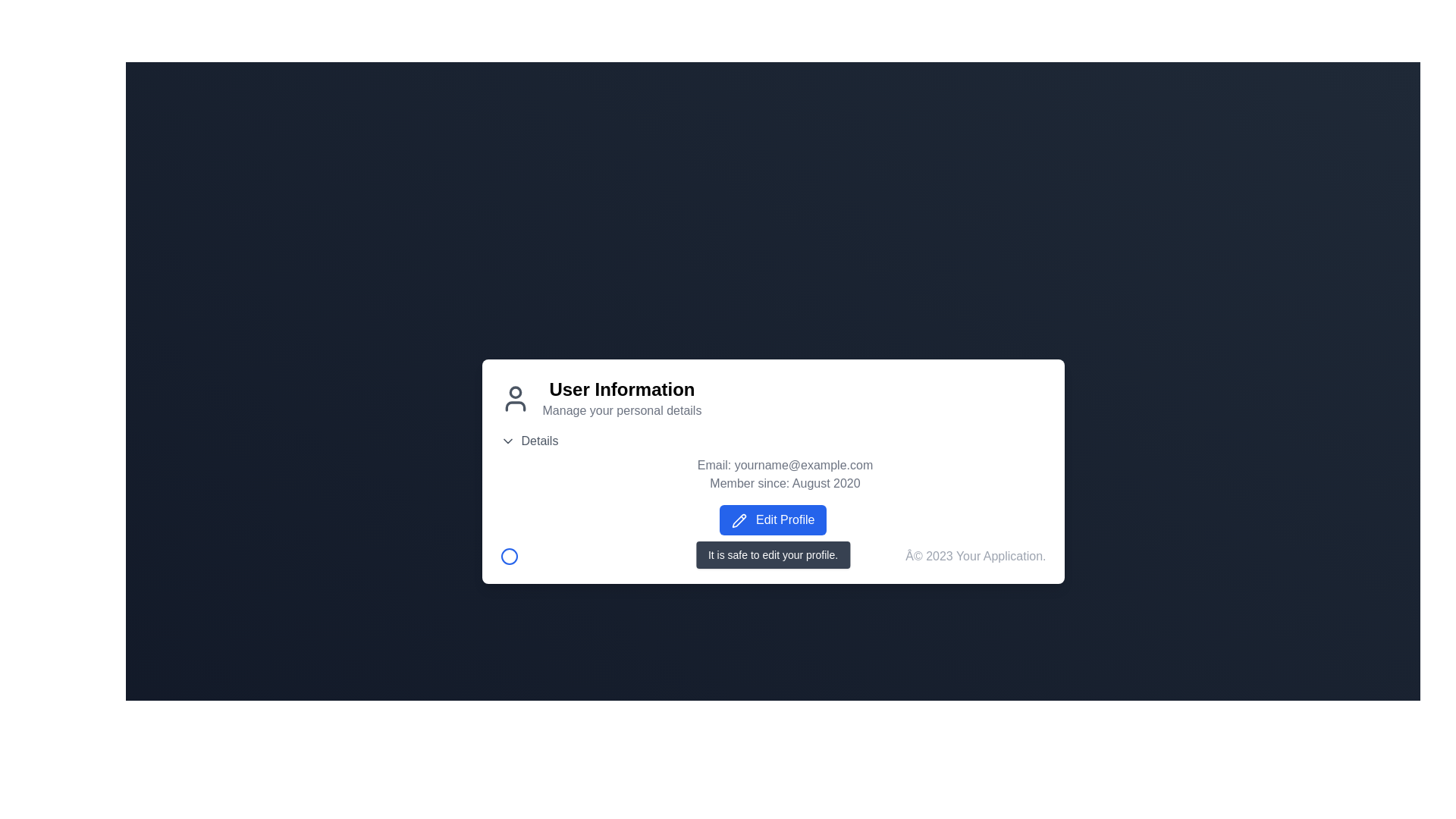 This screenshot has width=1456, height=819. What do you see at coordinates (507, 441) in the screenshot?
I see `the downward-facing chevron icon, which is styled as an SVG graphic with a hollow outlined appearance, located to the left of the 'Details' text label, to trigger a visual response such as a color change` at bounding box center [507, 441].